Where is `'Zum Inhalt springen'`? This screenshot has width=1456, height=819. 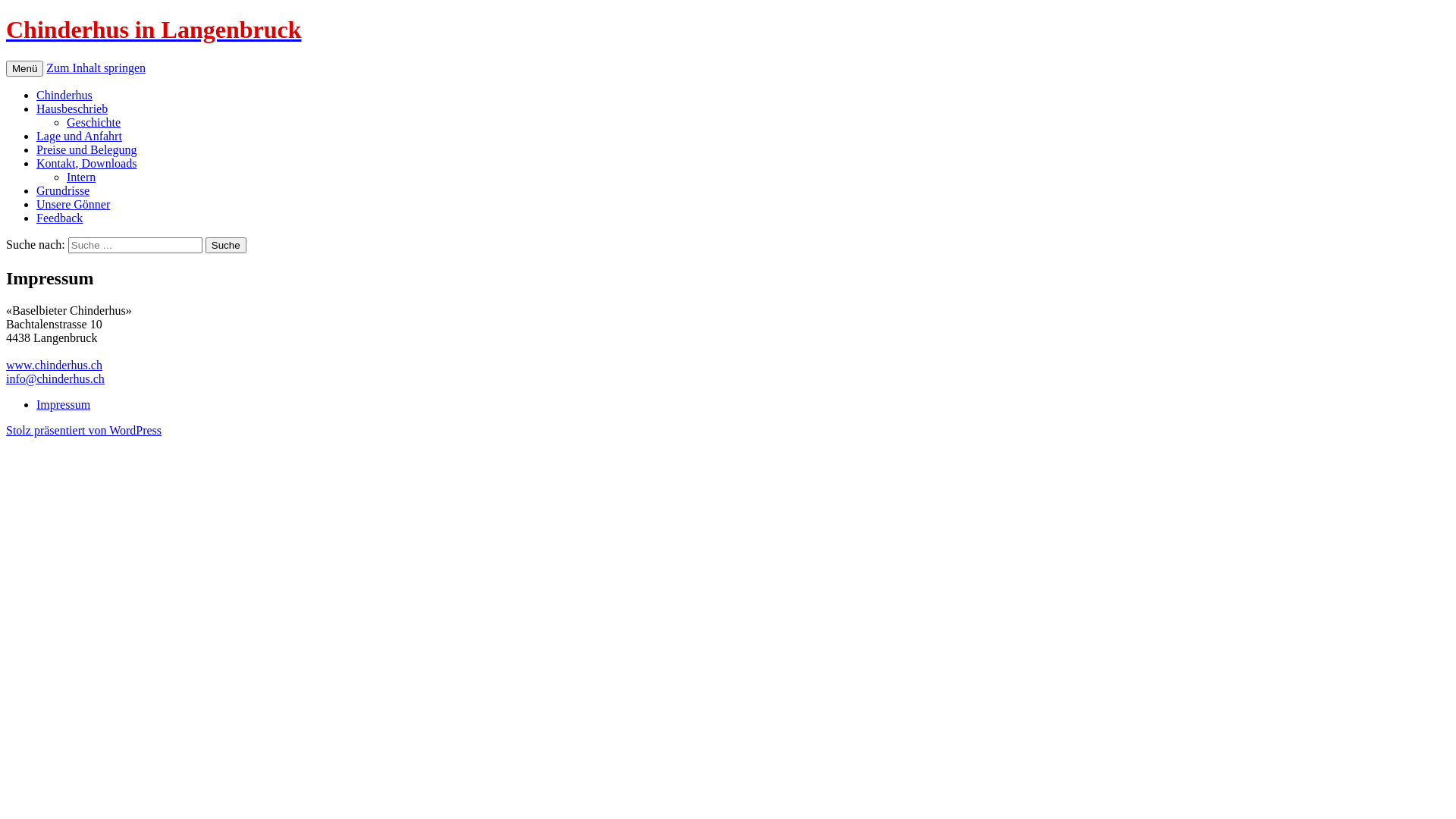 'Zum Inhalt springen' is located at coordinates (46, 67).